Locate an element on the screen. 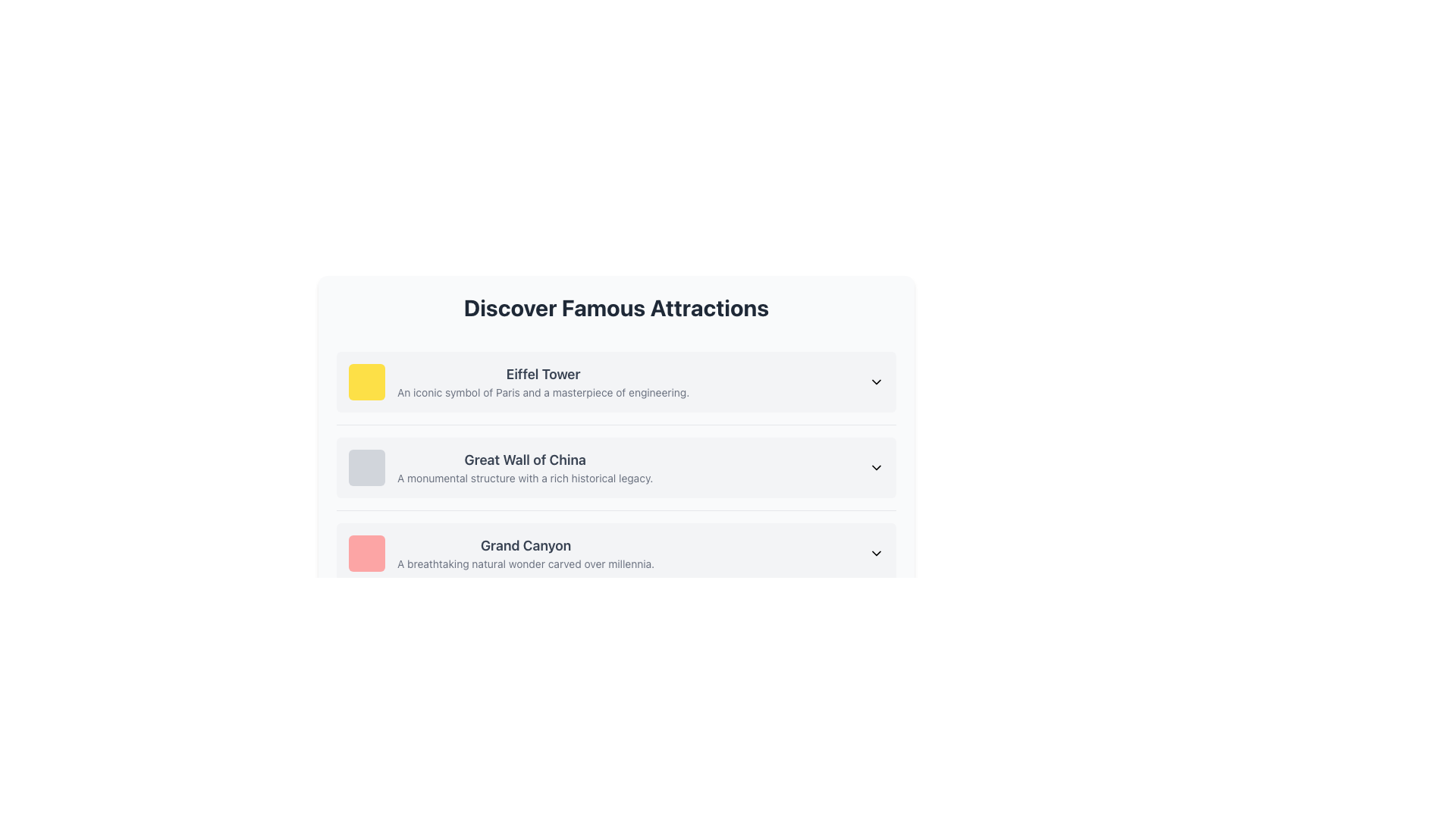 This screenshot has height=819, width=1456. the chevron-down arrow icon located at the far-right end of the item labeled 'Grand Canyon' is located at coordinates (877, 553).